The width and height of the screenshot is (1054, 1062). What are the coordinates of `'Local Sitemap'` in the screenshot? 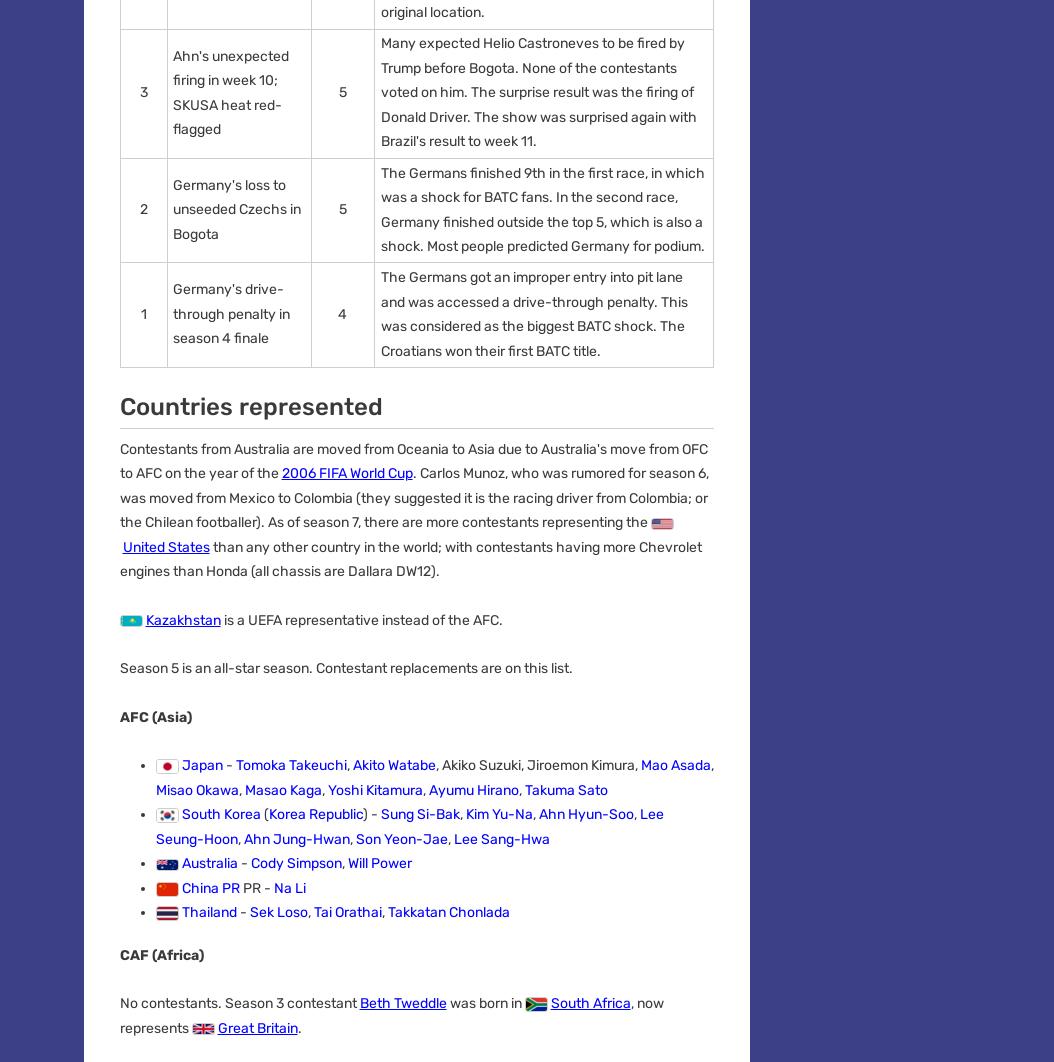 It's located at (476, 673).